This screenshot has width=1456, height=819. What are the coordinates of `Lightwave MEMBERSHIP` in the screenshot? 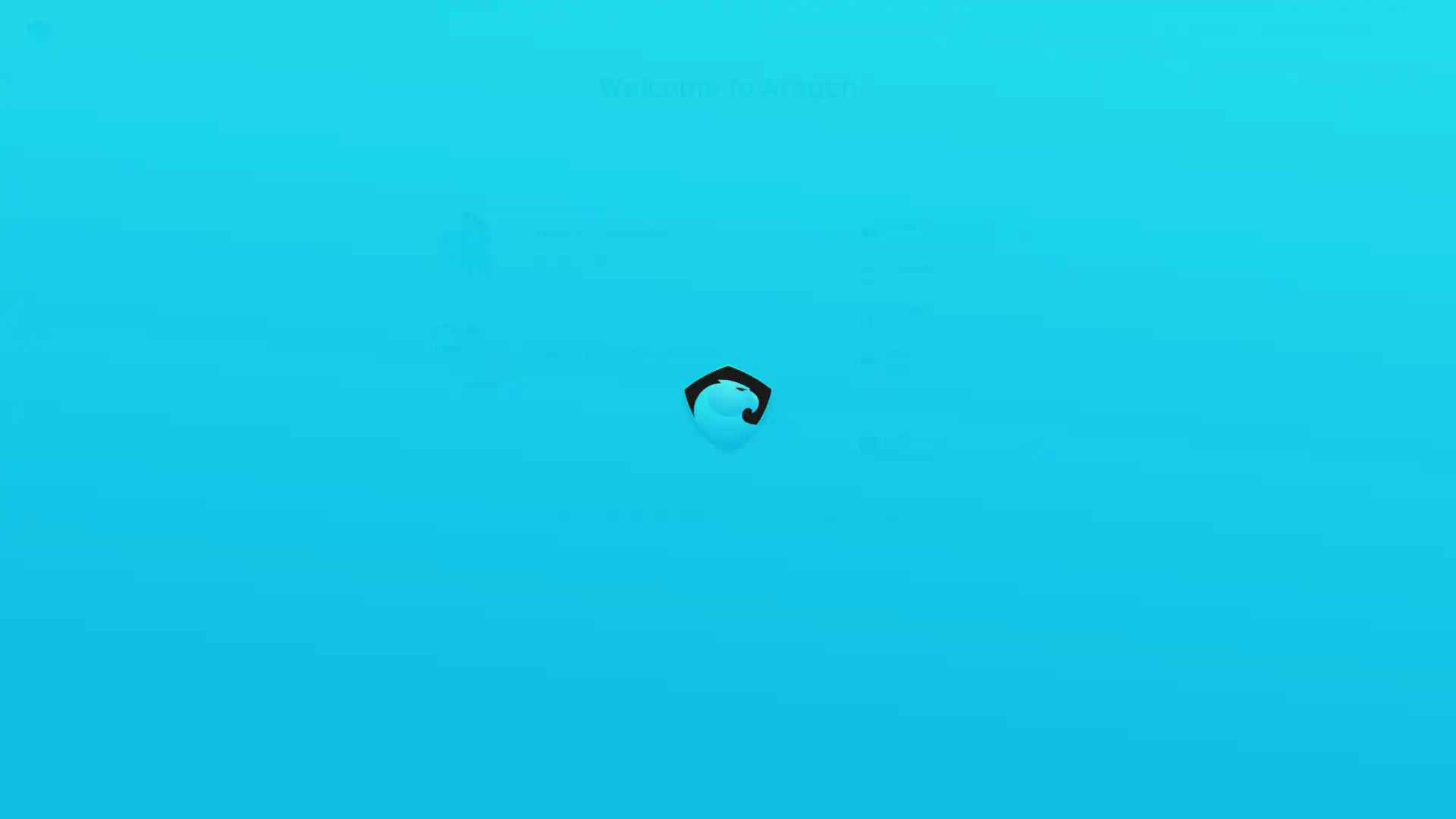 It's located at (930, 444).